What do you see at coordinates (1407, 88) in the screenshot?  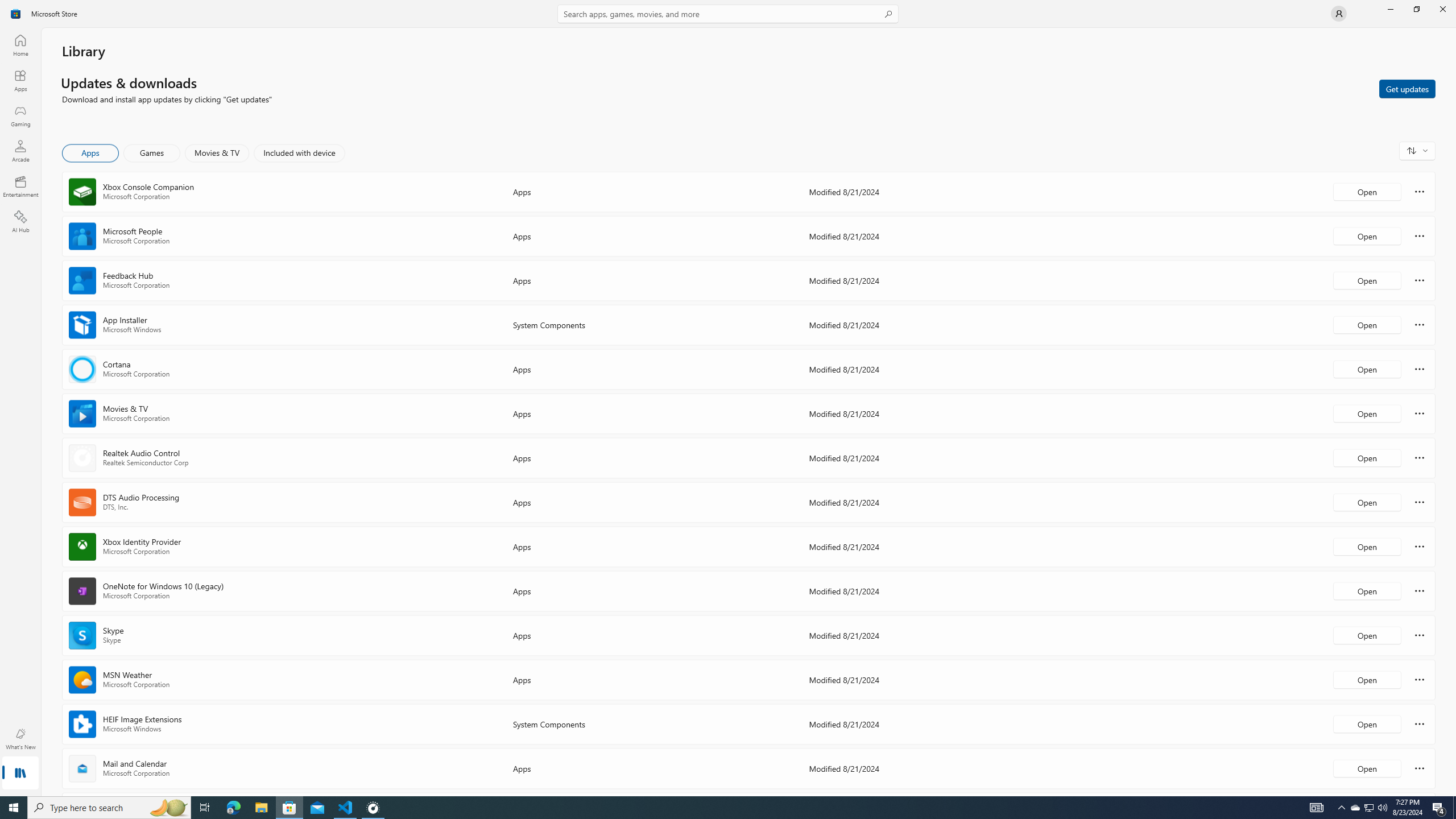 I see `'Get updates'` at bounding box center [1407, 88].